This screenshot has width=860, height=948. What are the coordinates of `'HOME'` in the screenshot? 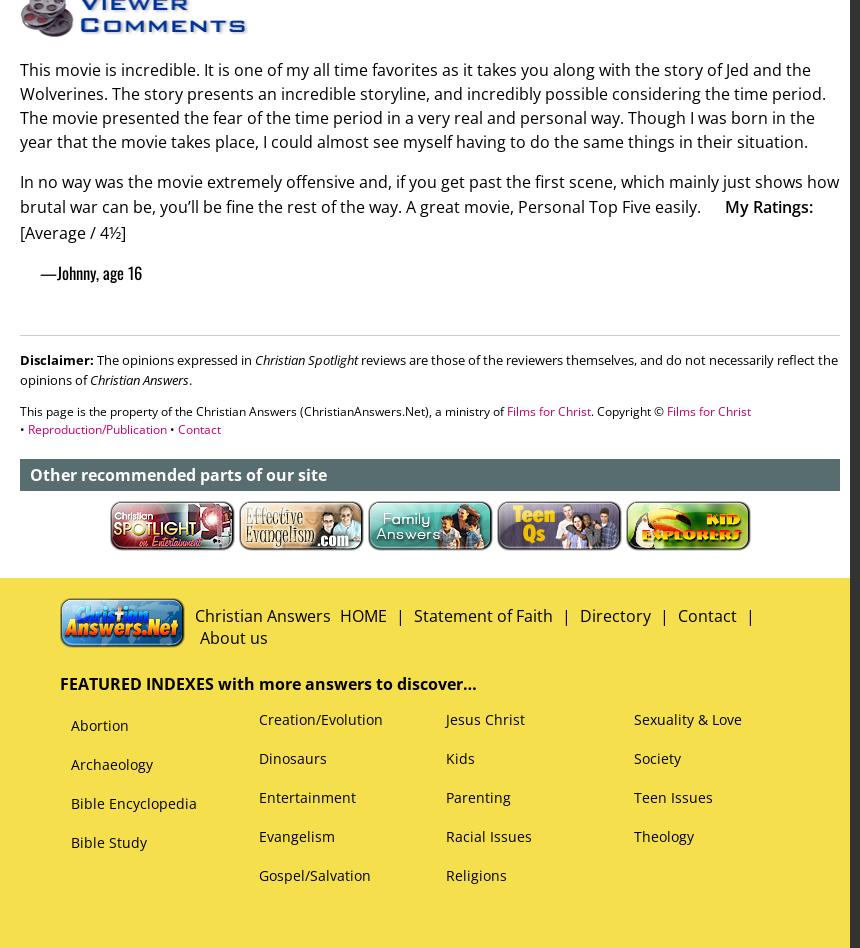 It's located at (339, 615).